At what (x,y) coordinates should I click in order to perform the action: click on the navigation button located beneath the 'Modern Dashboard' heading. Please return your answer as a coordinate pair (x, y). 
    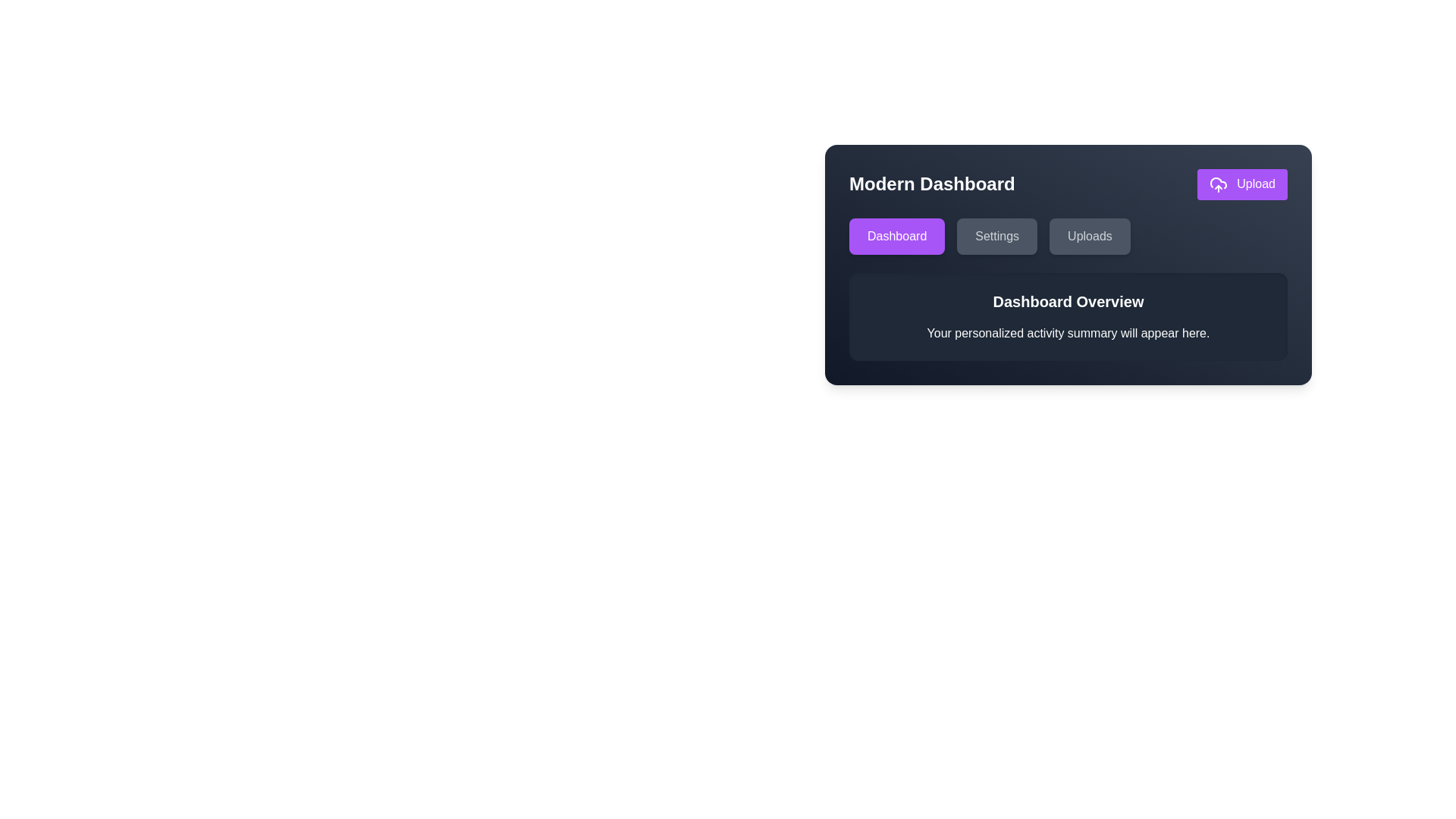
    Looking at the image, I should click on (1068, 236).